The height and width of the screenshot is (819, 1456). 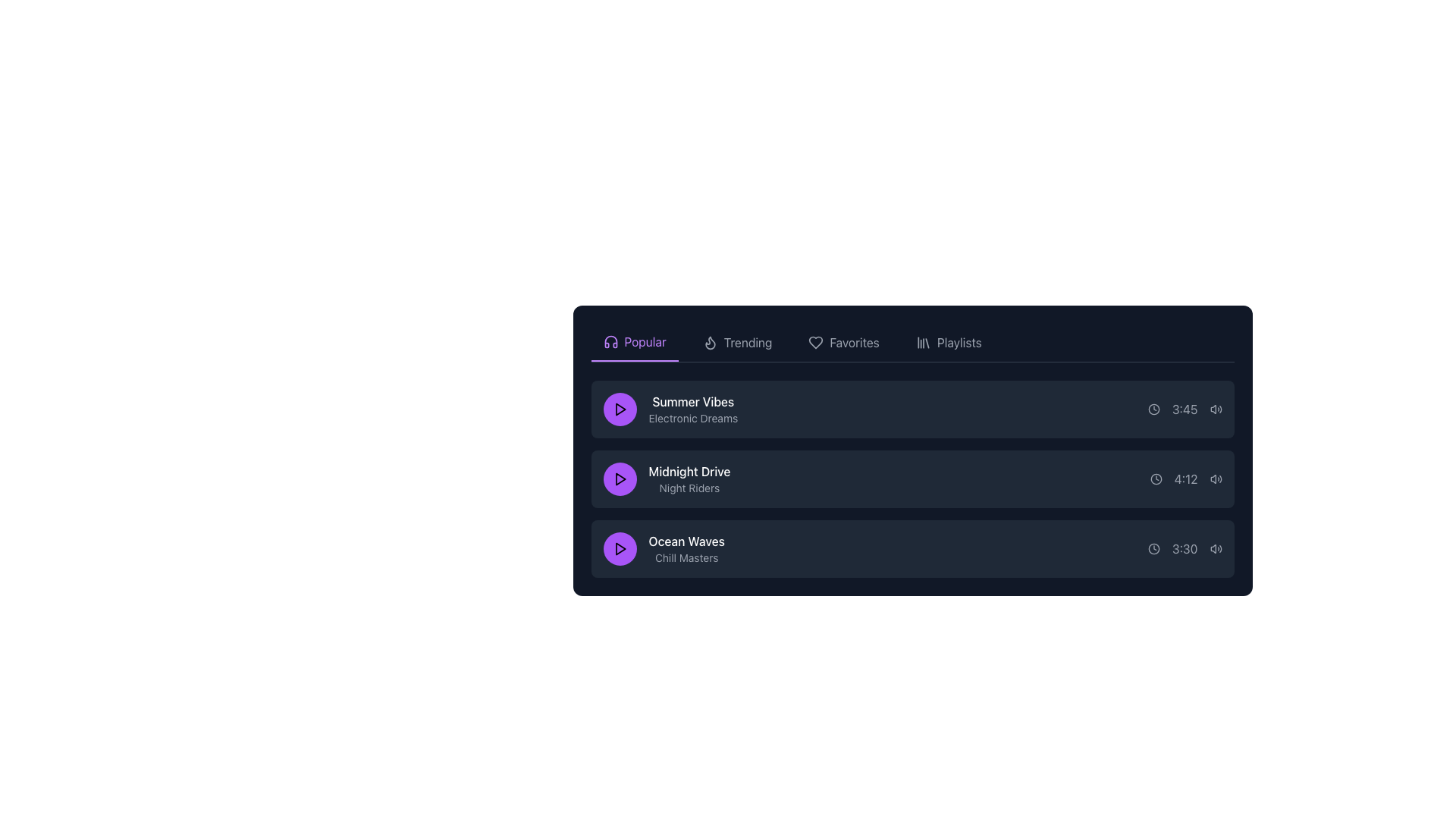 I want to click on the text element displaying the duration of the track 'Midnight Drive', located in the second row of the track list, adjacent to the volume icon on the right and the clock icon on the left, so click(x=1185, y=479).